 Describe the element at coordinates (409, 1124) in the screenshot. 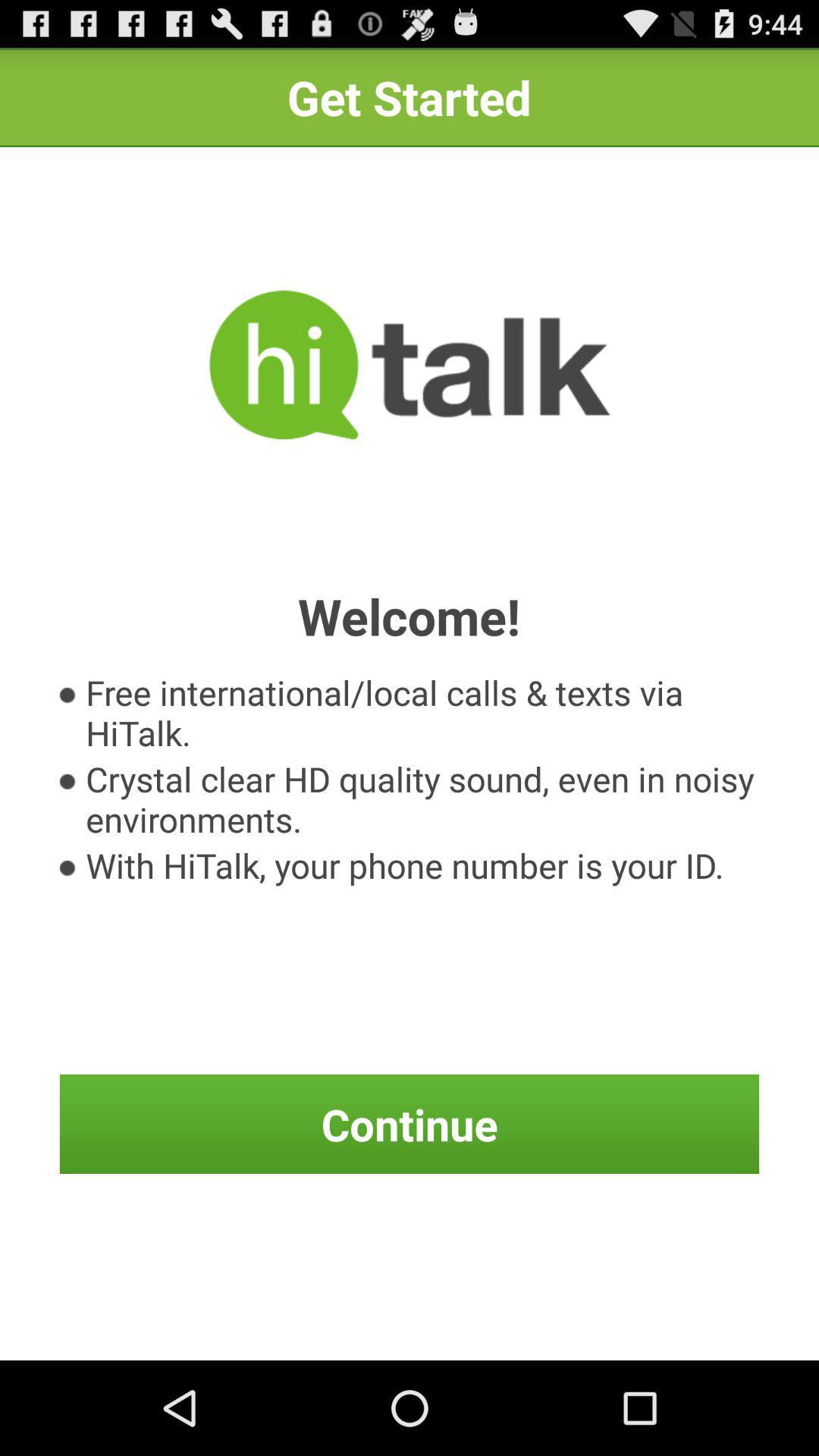

I see `icon at the bottom` at that location.